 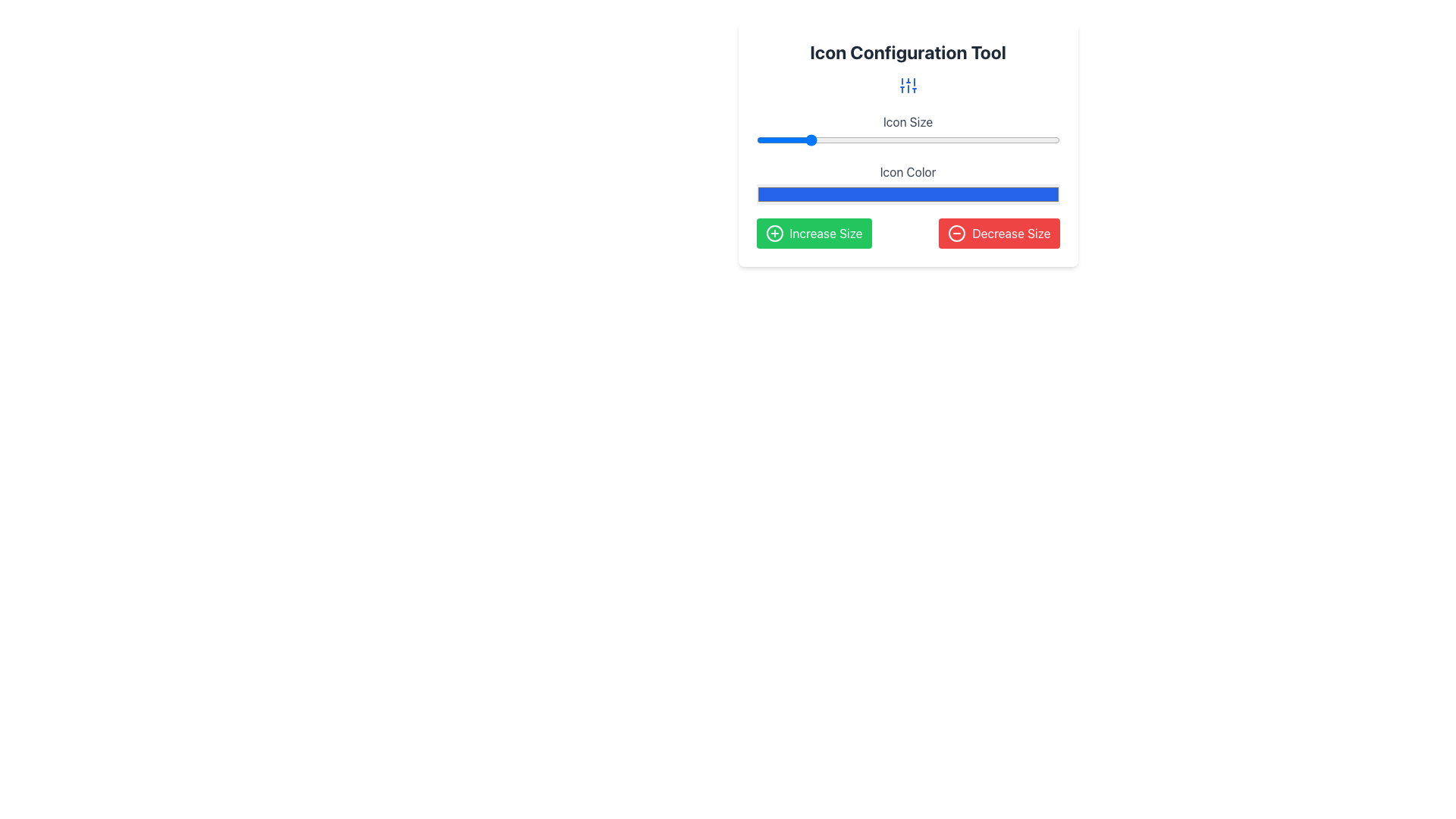 What do you see at coordinates (857, 140) in the screenshot?
I see `the icon size` at bounding box center [857, 140].